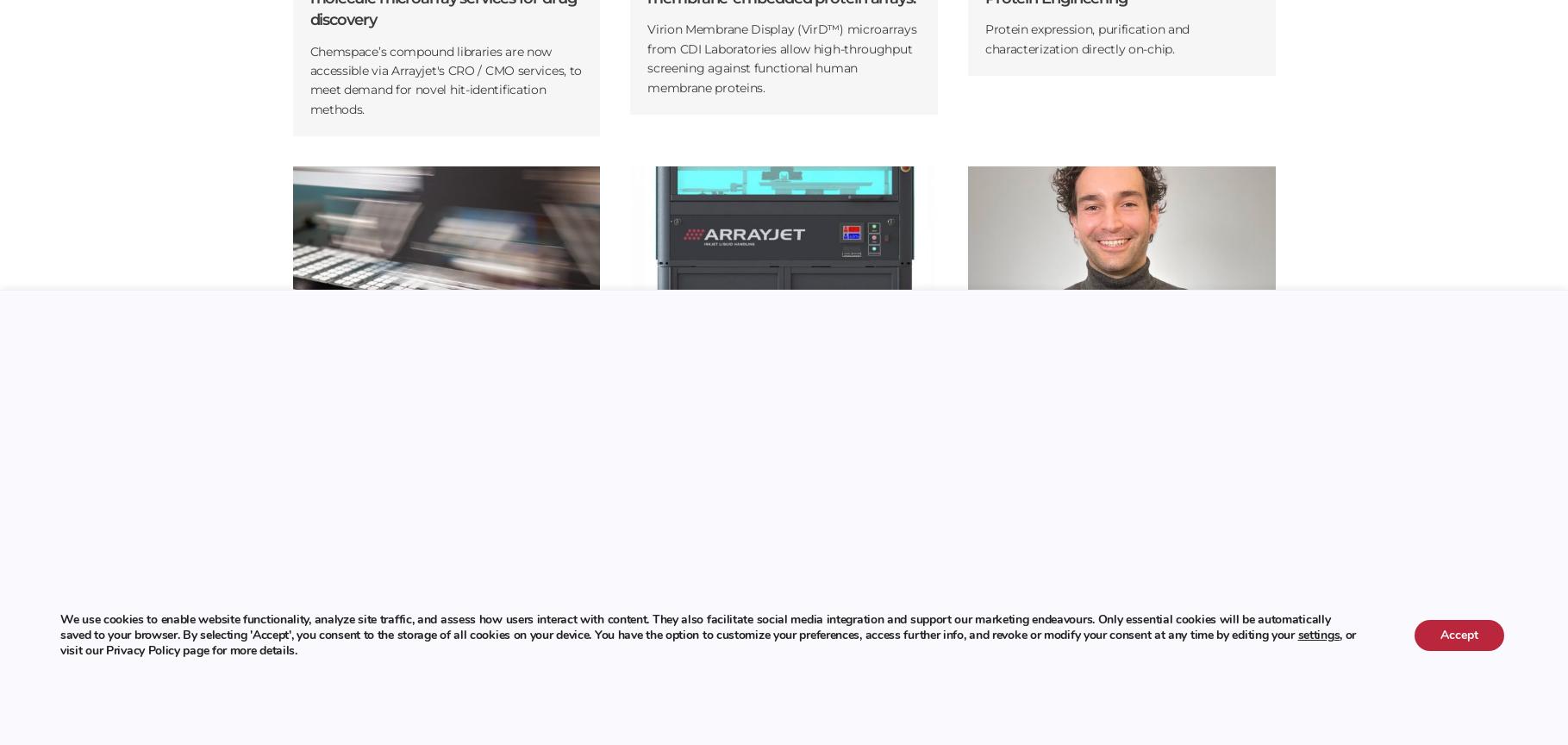  I want to click on 'settings', so click(1317, 634).